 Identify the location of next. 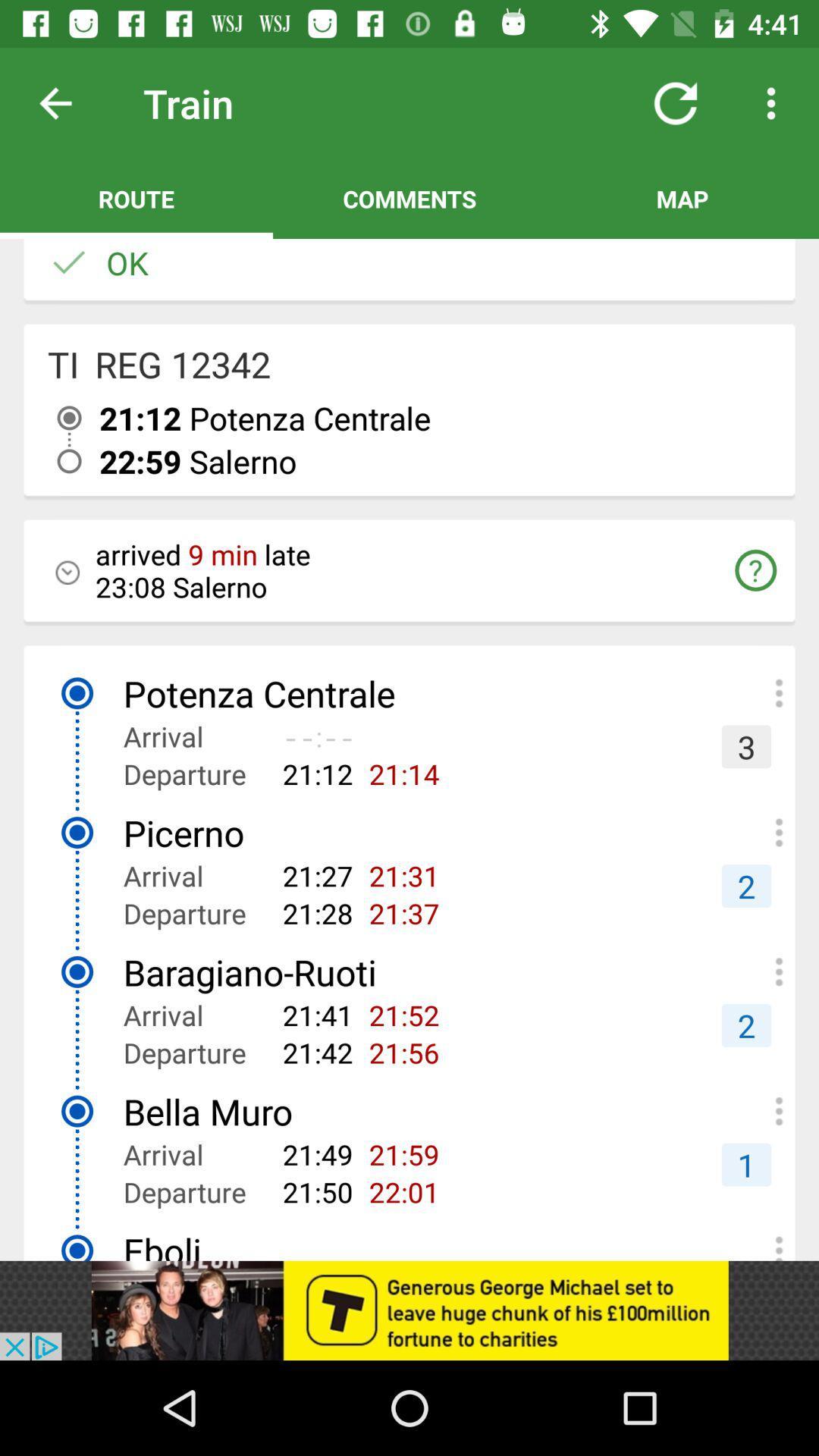
(67, 102).